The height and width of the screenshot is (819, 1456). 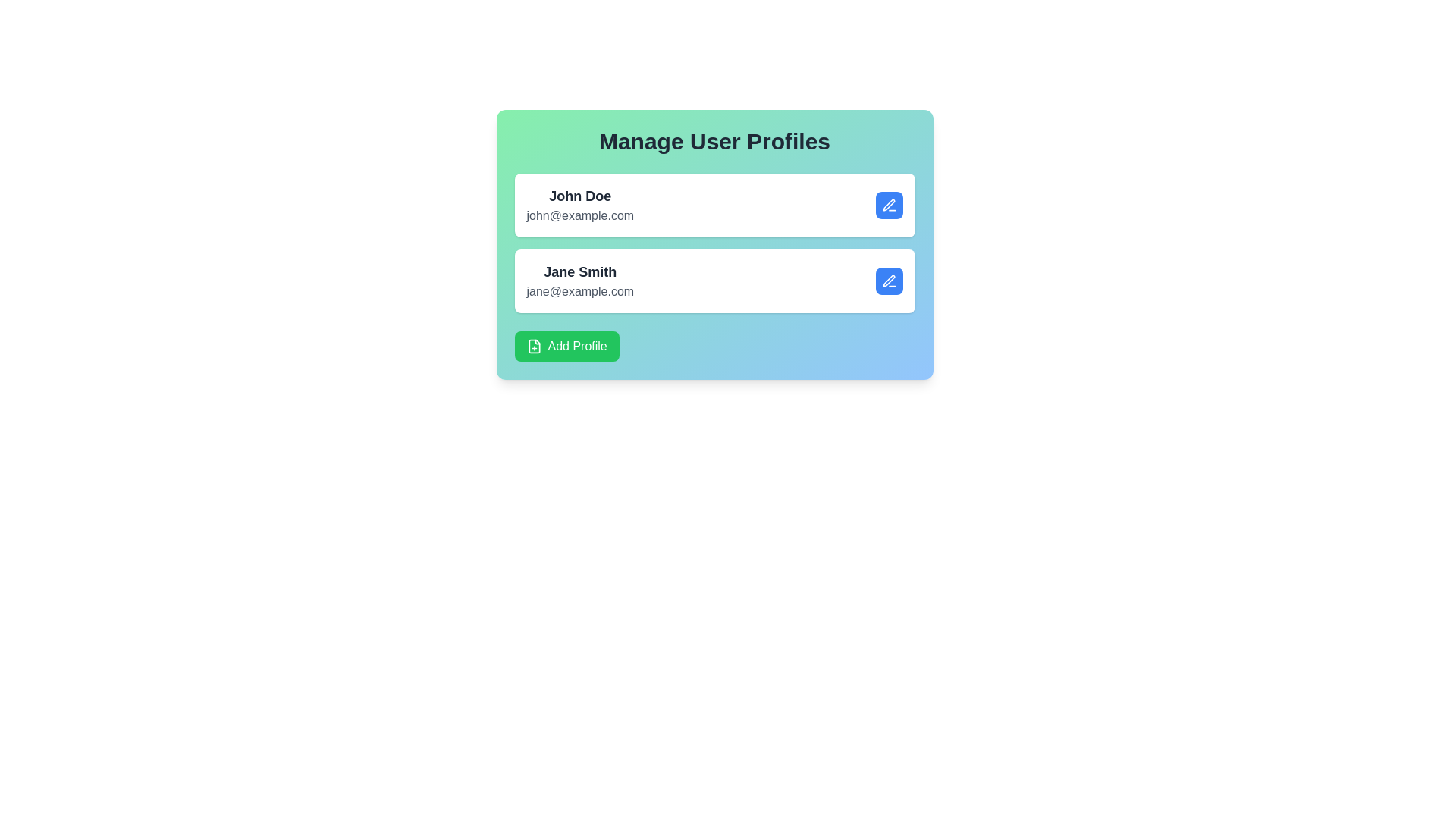 What do you see at coordinates (534, 346) in the screenshot?
I see `the rectangular icon resembling a document with a green background and a '+' mark, which is part of the 'Add Profile' button located at the bottom-left corner of the user profile management card` at bounding box center [534, 346].